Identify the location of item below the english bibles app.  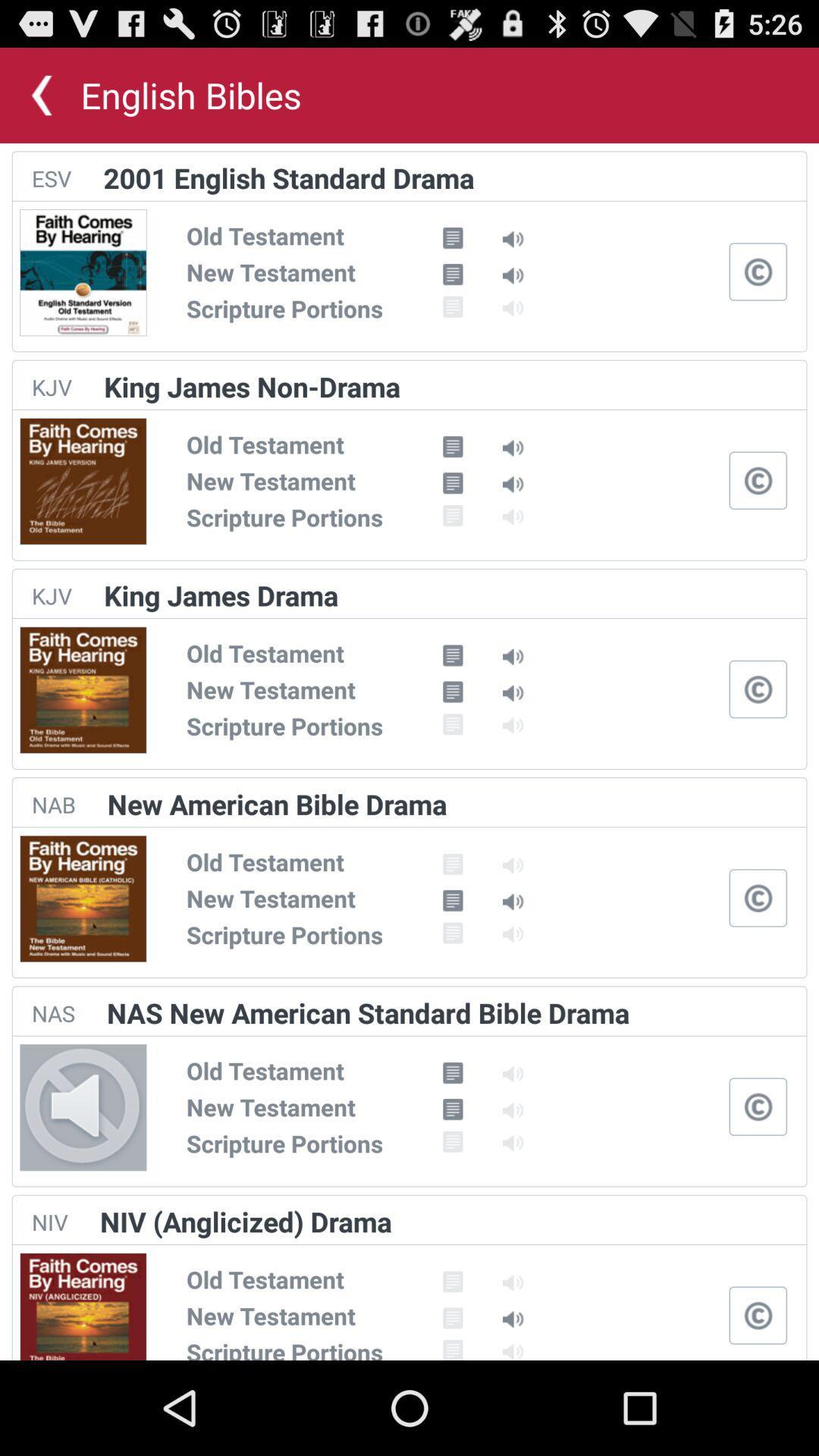
(289, 177).